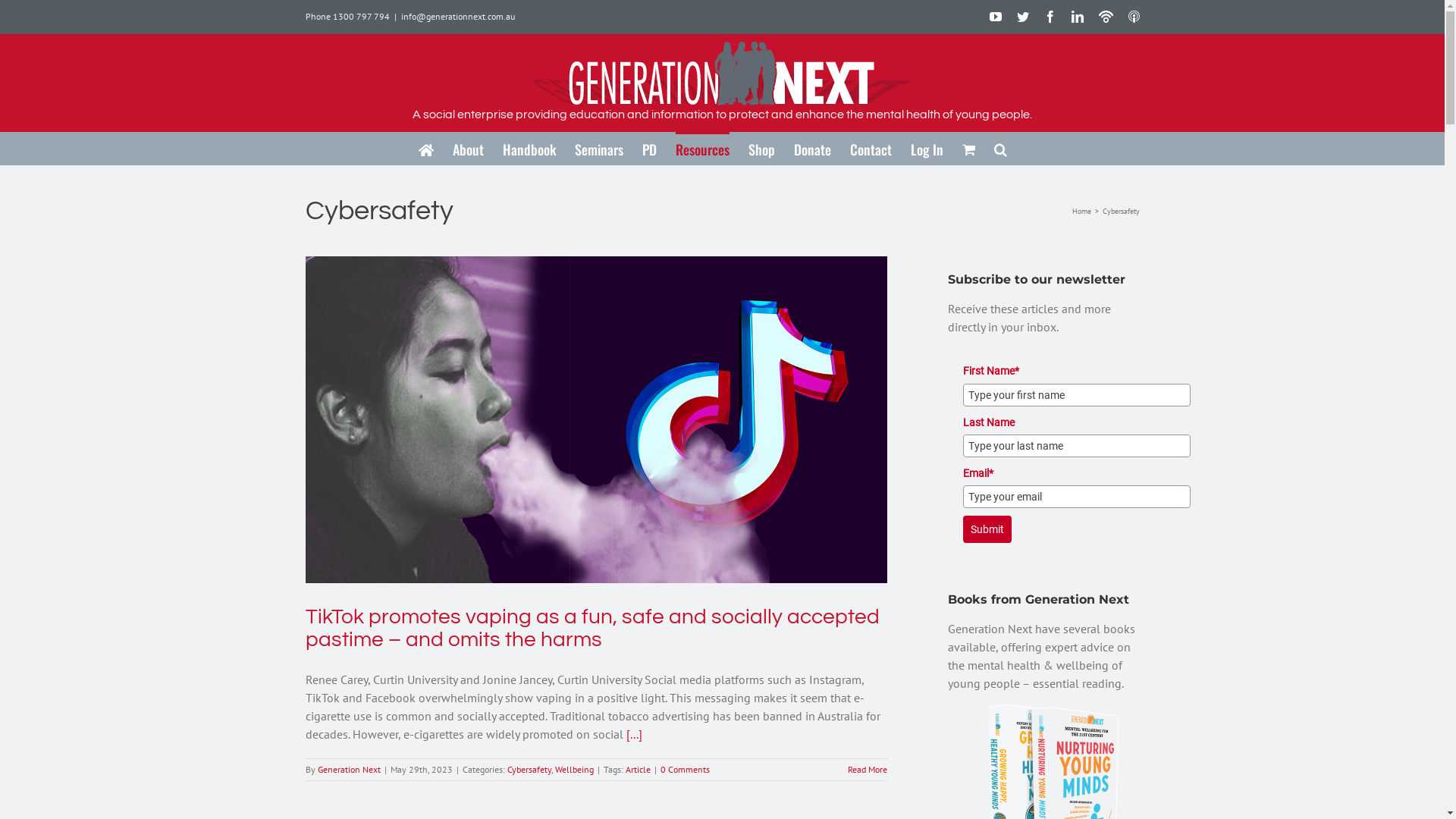  Describe the element at coordinates (467, 148) in the screenshot. I see `'About'` at that location.